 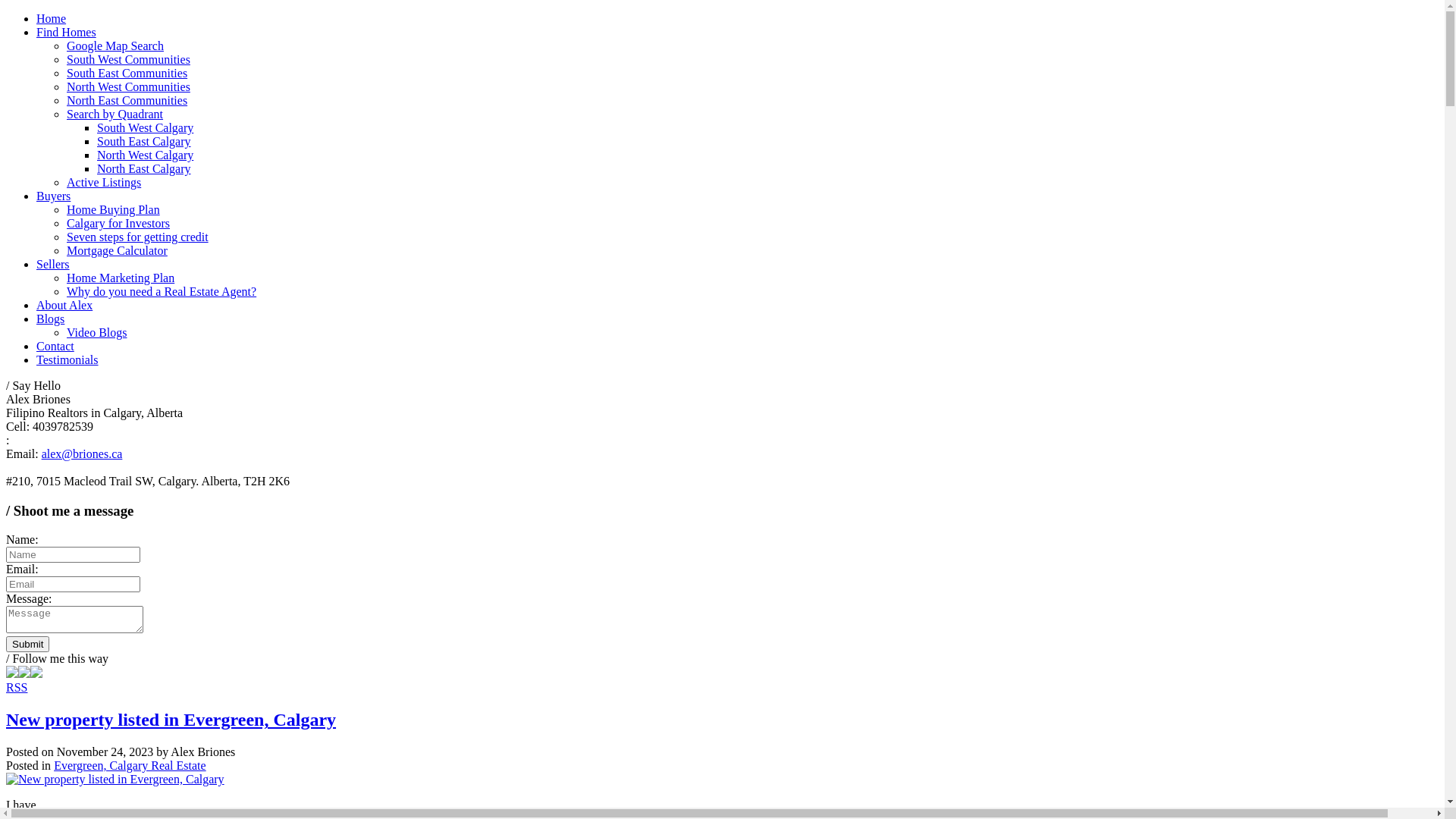 I want to click on 'Testimonials', so click(x=67, y=359).